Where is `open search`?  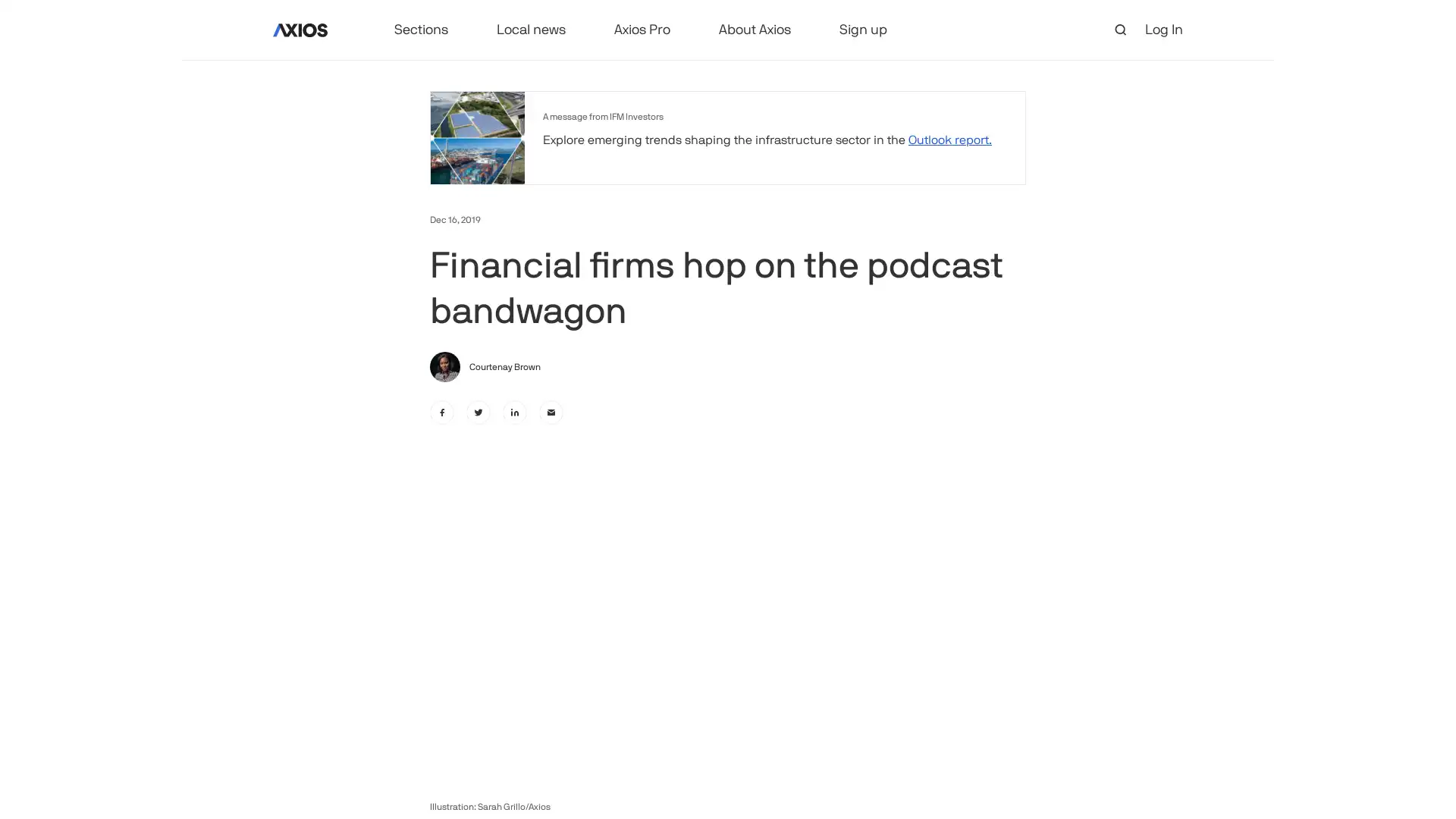
open search is located at coordinates (1121, 30).